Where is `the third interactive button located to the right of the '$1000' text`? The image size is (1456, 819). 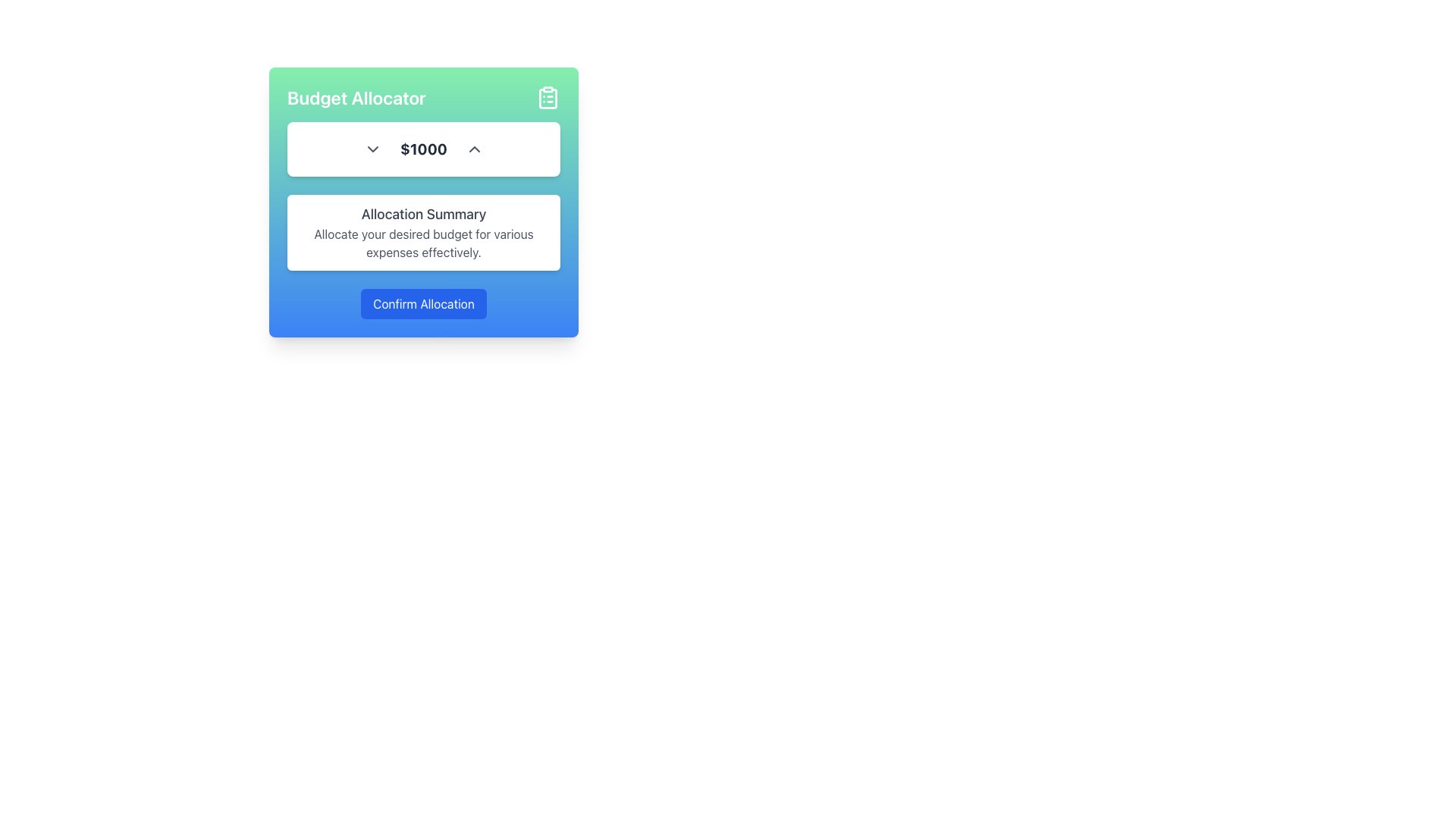
the third interactive button located to the right of the '$1000' text is located at coordinates (473, 149).